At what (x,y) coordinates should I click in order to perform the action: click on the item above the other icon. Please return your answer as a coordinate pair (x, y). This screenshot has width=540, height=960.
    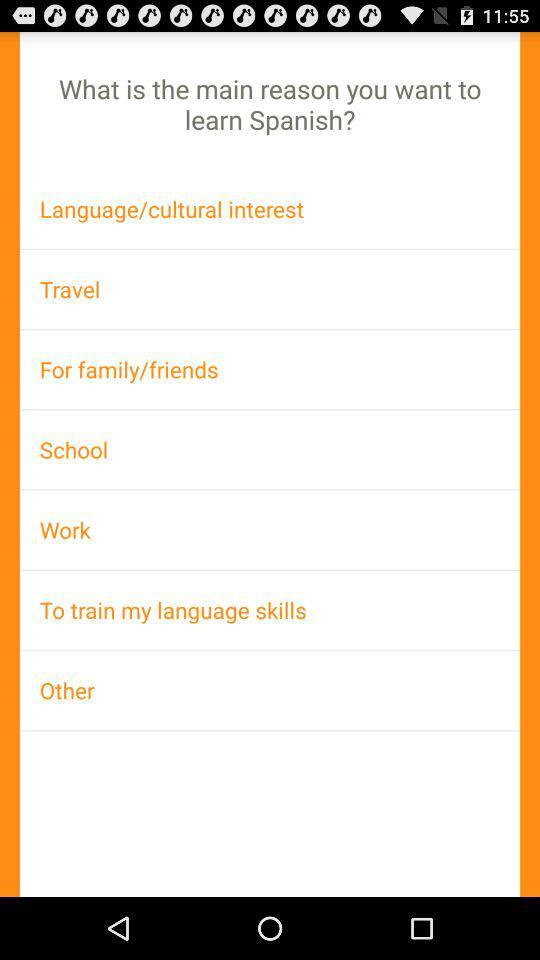
    Looking at the image, I should click on (270, 609).